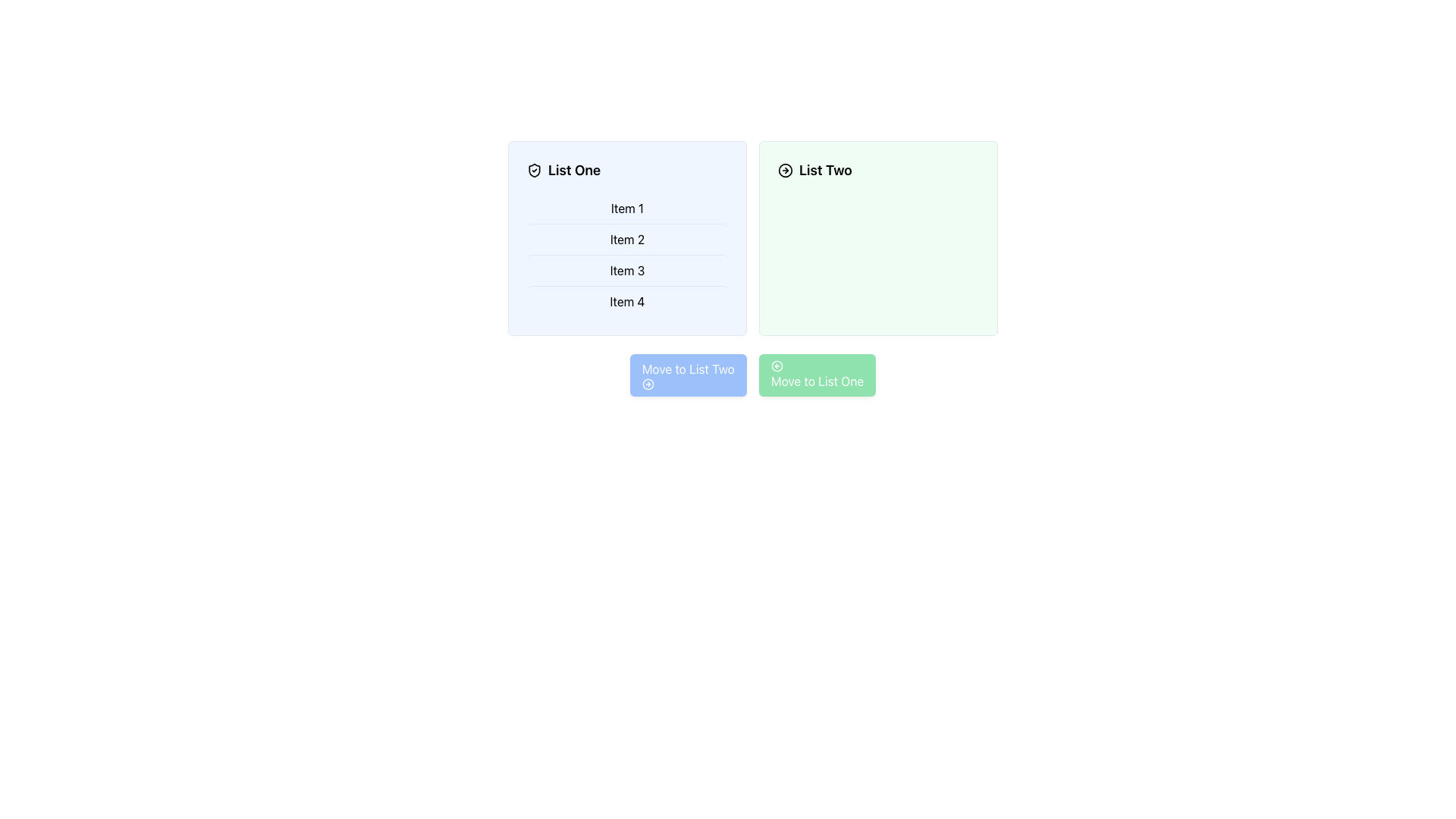  I want to click on the second item in the list titled 'List One', located below 'Item 1' and above 'Item 3', so click(627, 239).